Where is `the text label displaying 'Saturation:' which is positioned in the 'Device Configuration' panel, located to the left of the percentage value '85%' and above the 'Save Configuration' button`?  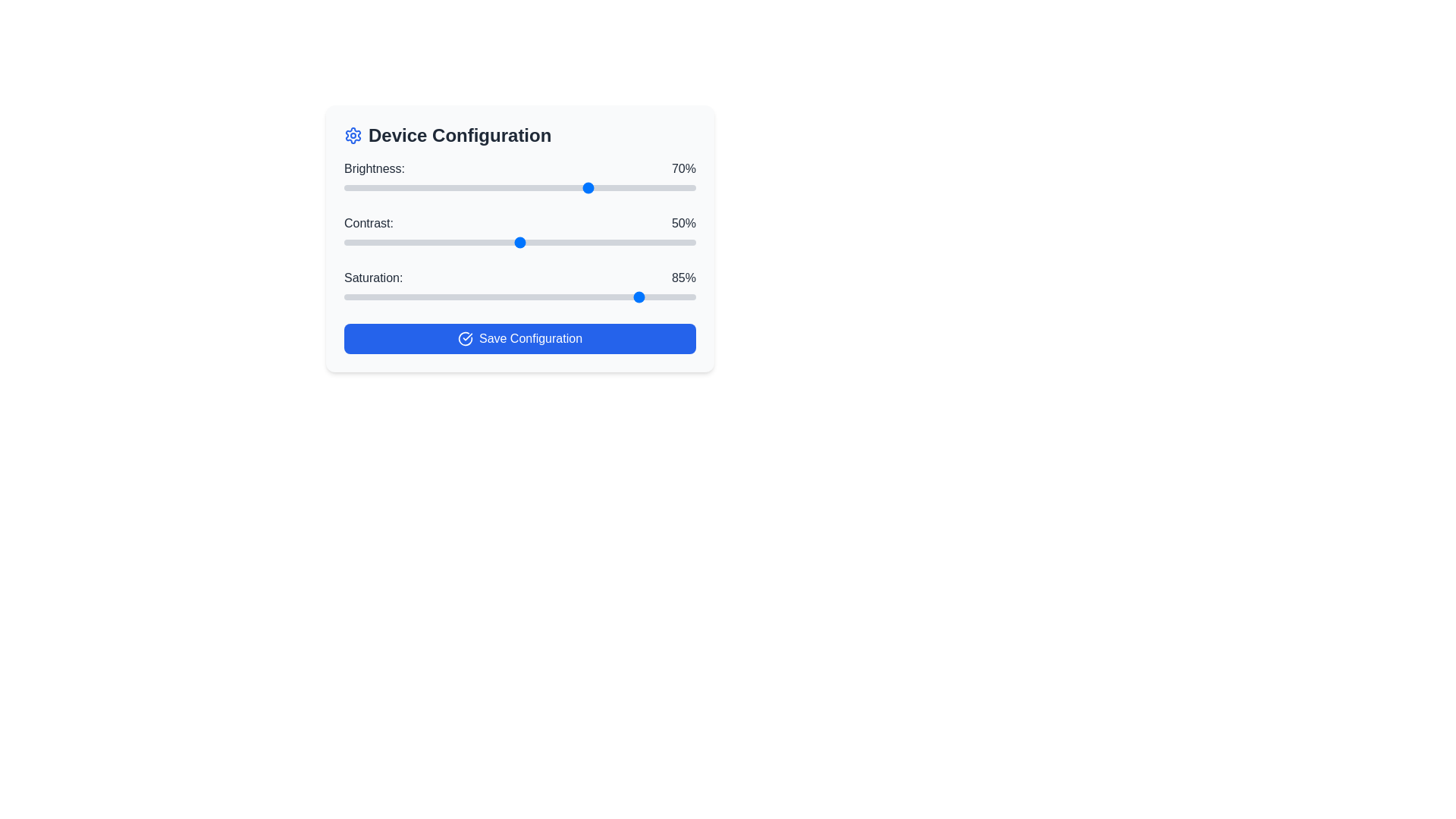 the text label displaying 'Saturation:' which is positioned in the 'Device Configuration' panel, located to the left of the percentage value '85%' and above the 'Save Configuration' button is located at coordinates (373, 278).